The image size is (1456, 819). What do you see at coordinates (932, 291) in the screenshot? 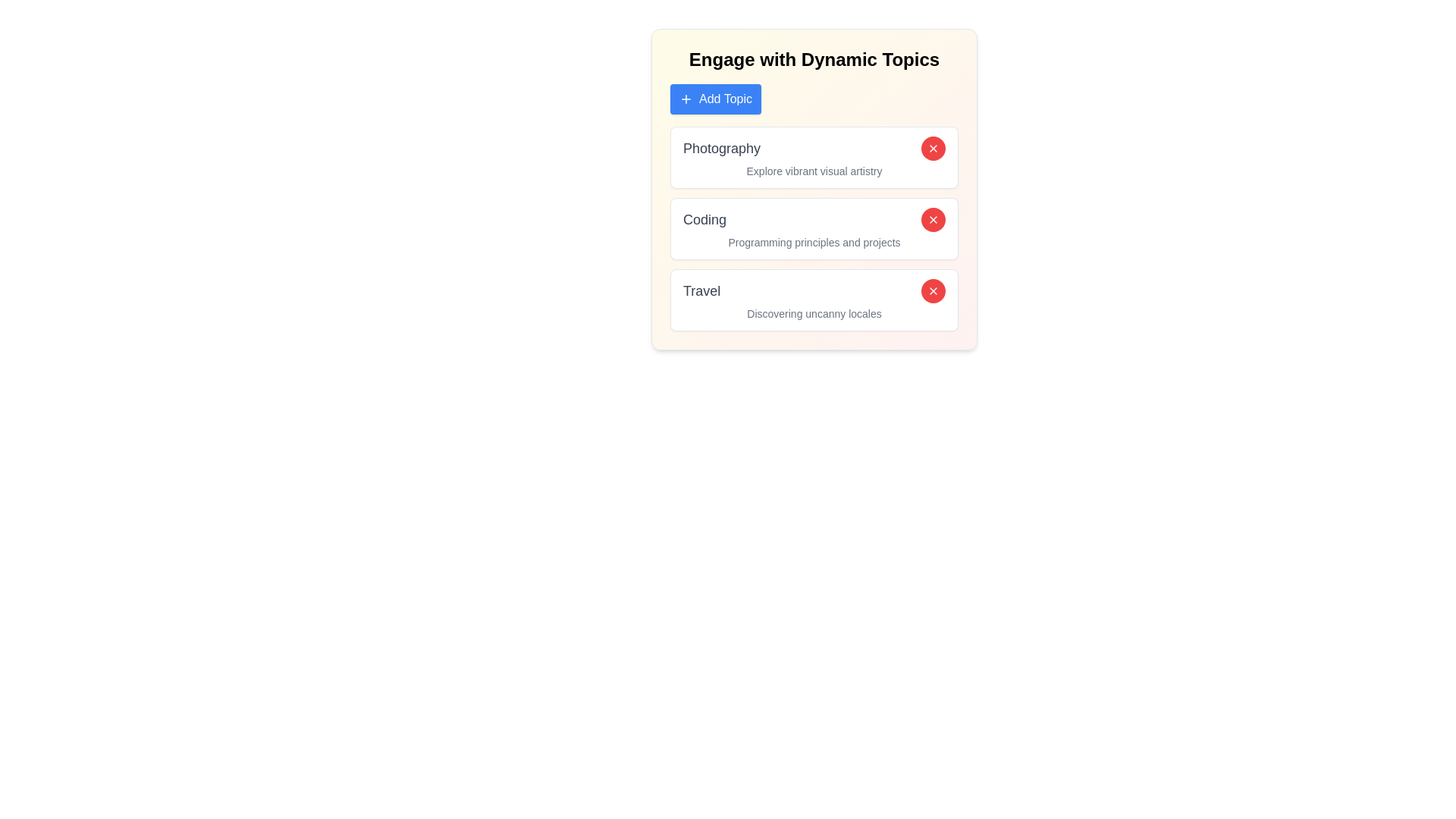
I see `red 'X' button next to the topic labeled Travel to remove it` at bounding box center [932, 291].